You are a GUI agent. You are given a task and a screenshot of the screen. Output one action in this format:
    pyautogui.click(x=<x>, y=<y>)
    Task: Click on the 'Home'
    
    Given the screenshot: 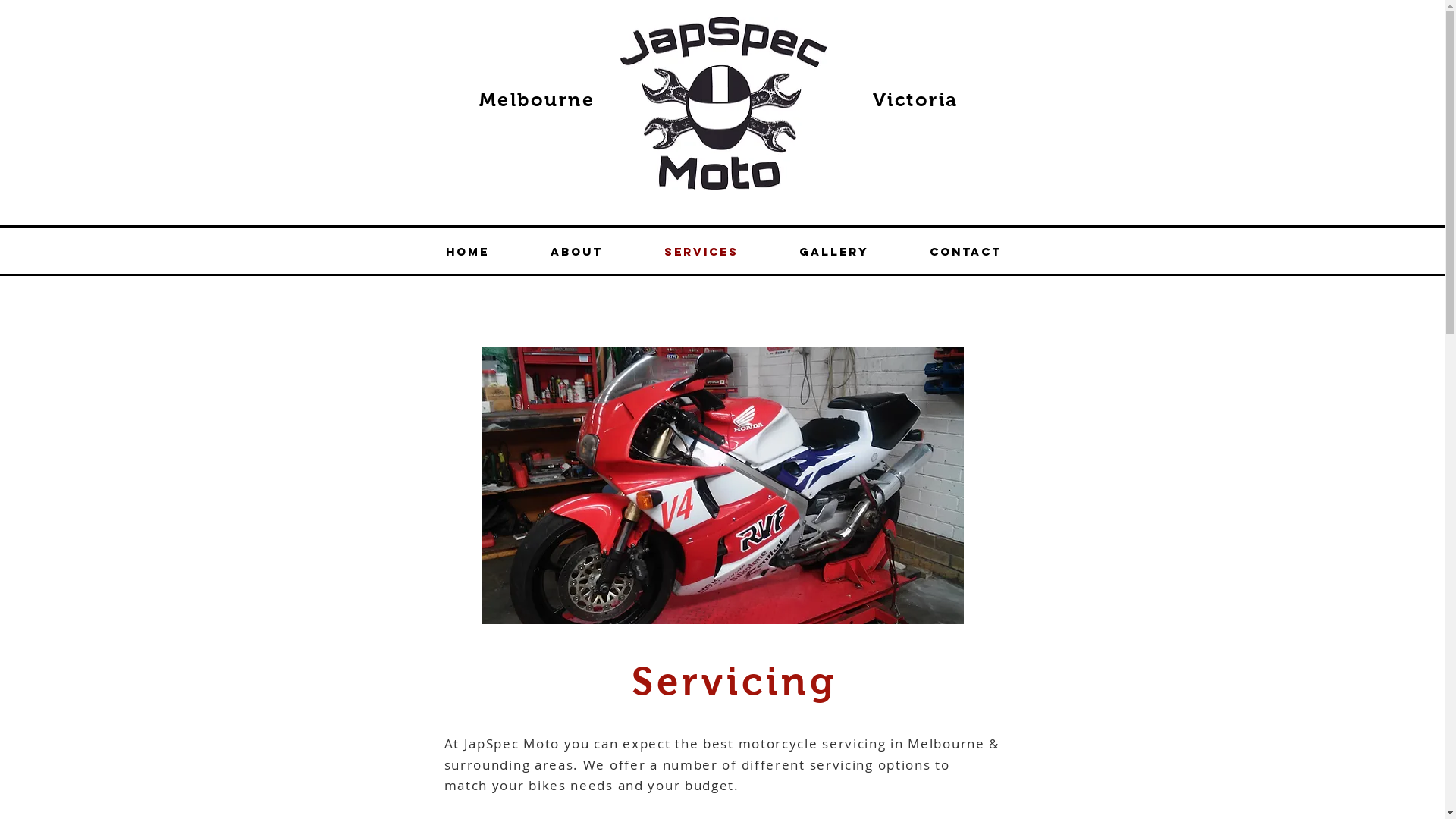 What is the action you would take?
    pyautogui.click(x=467, y=250)
    